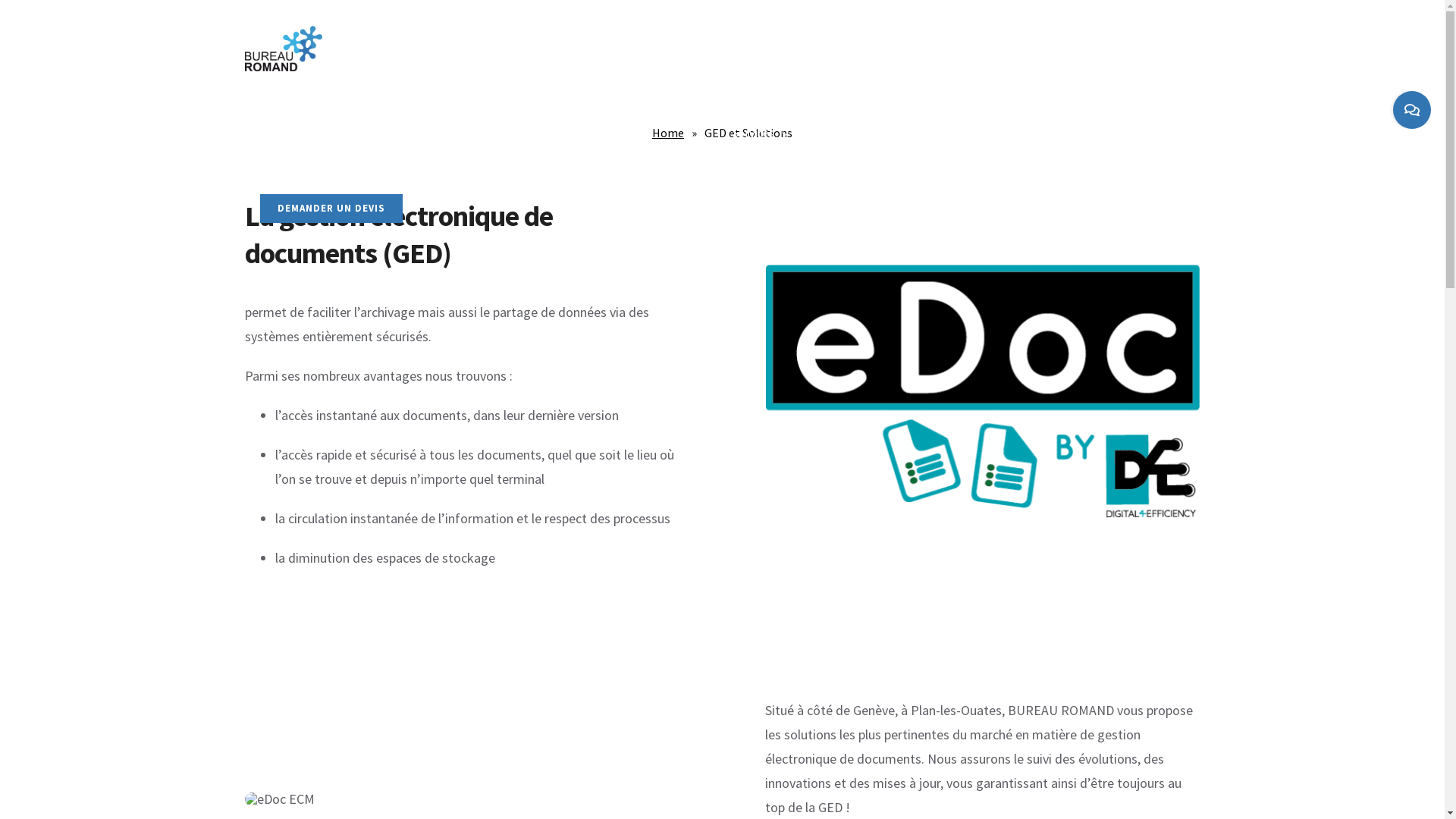 The width and height of the screenshot is (1456, 819). What do you see at coordinates (982, 386) in the screenshot?
I see `'edoc OK FINAL'` at bounding box center [982, 386].